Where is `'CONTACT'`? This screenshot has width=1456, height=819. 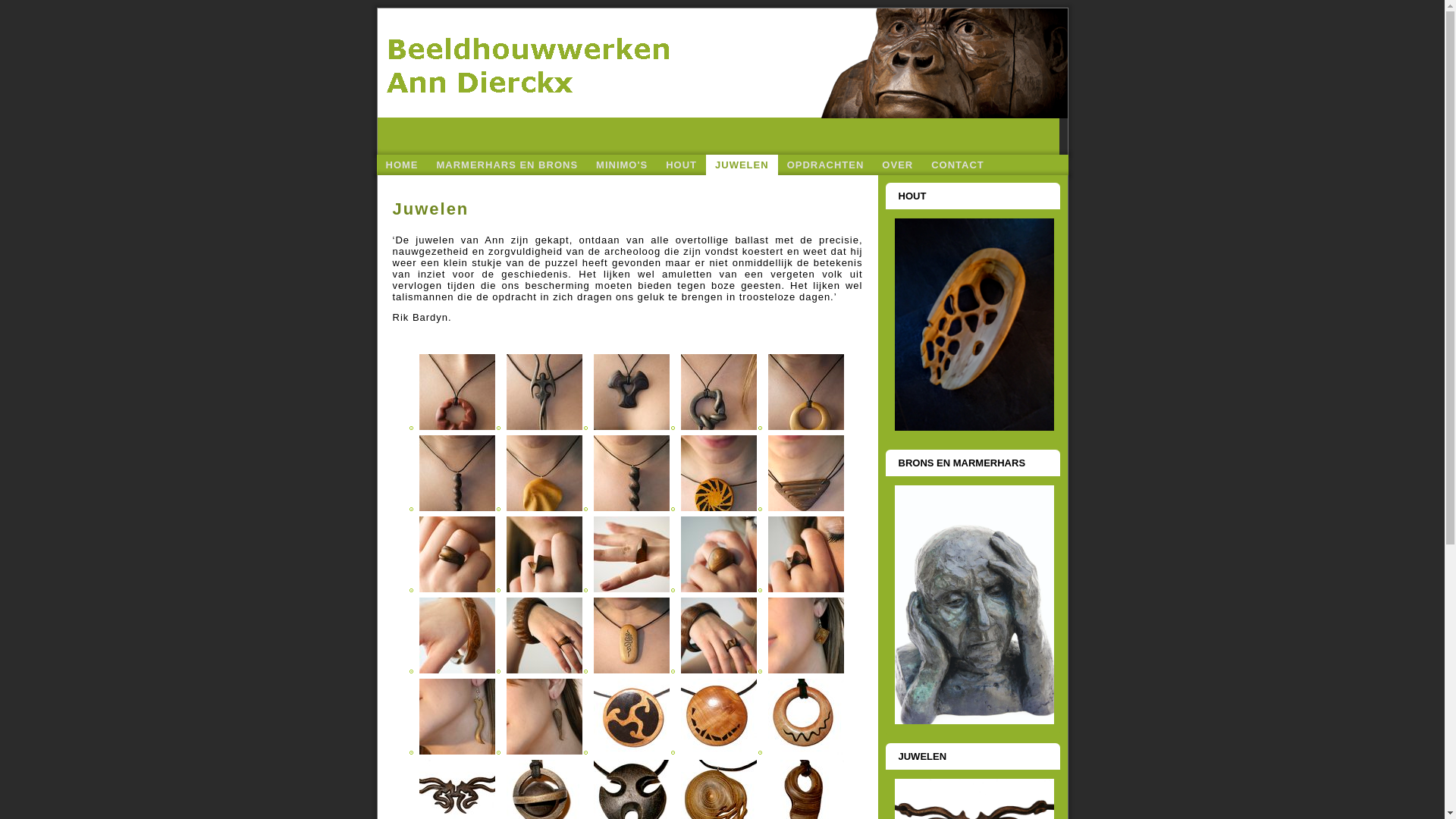 'CONTACT' is located at coordinates (921, 165).